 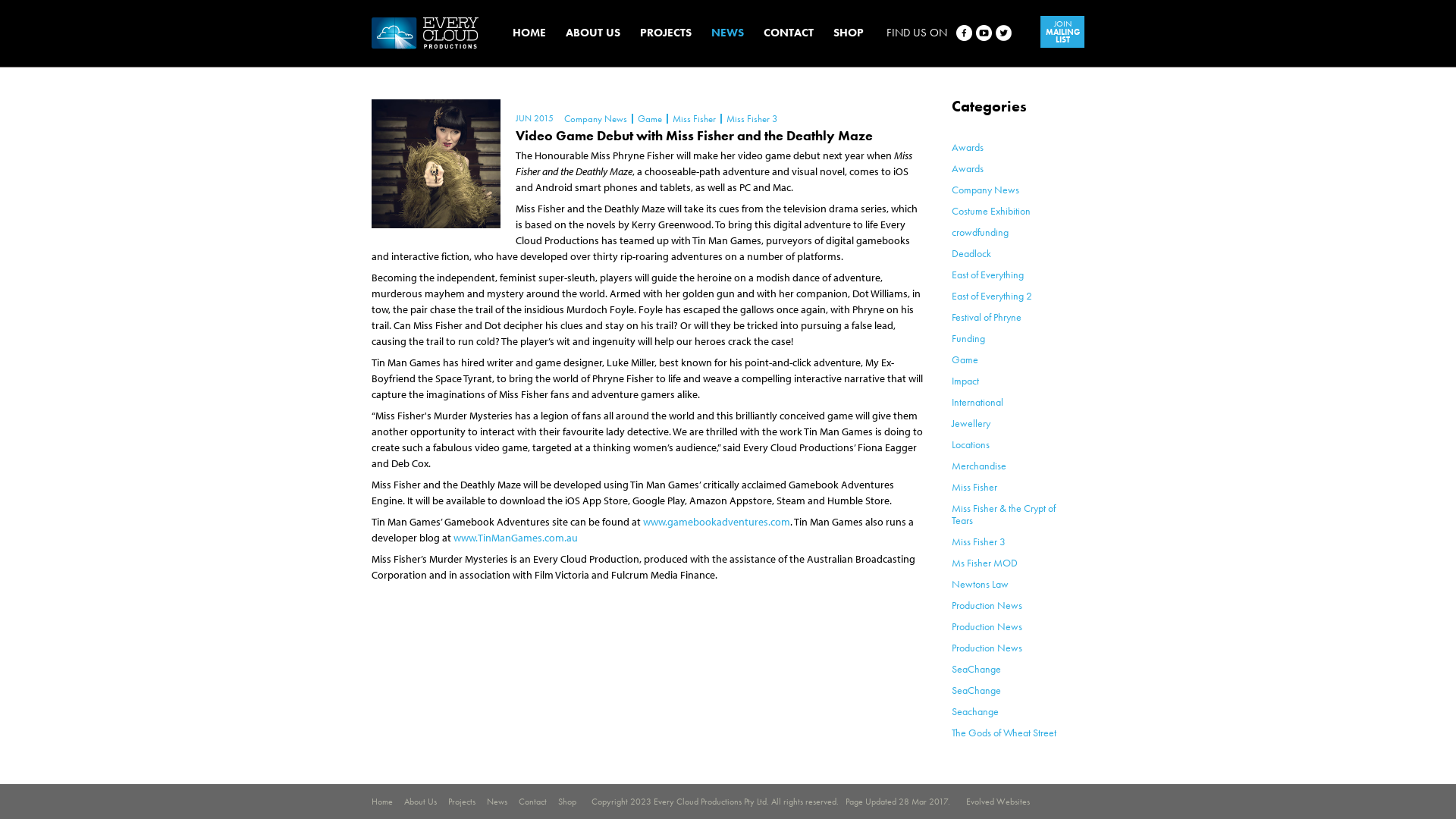 What do you see at coordinates (990, 210) in the screenshot?
I see `'Costume Exhibition'` at bounding box center [990, 210].